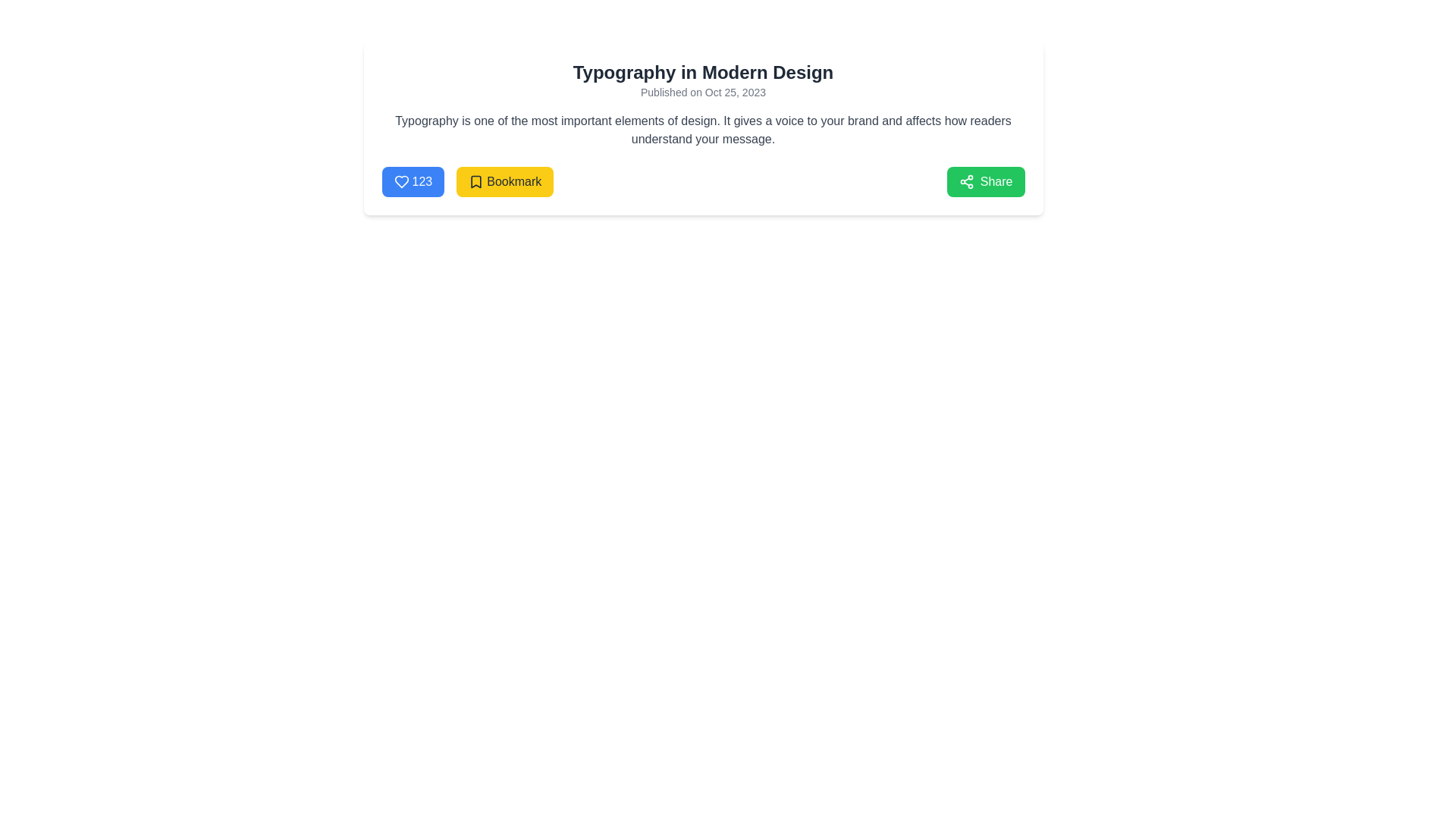 This screenshot has width=1456, height=819. I want to click on the 'like' button represented by a heart icon and the count '123', so click(413, 180).